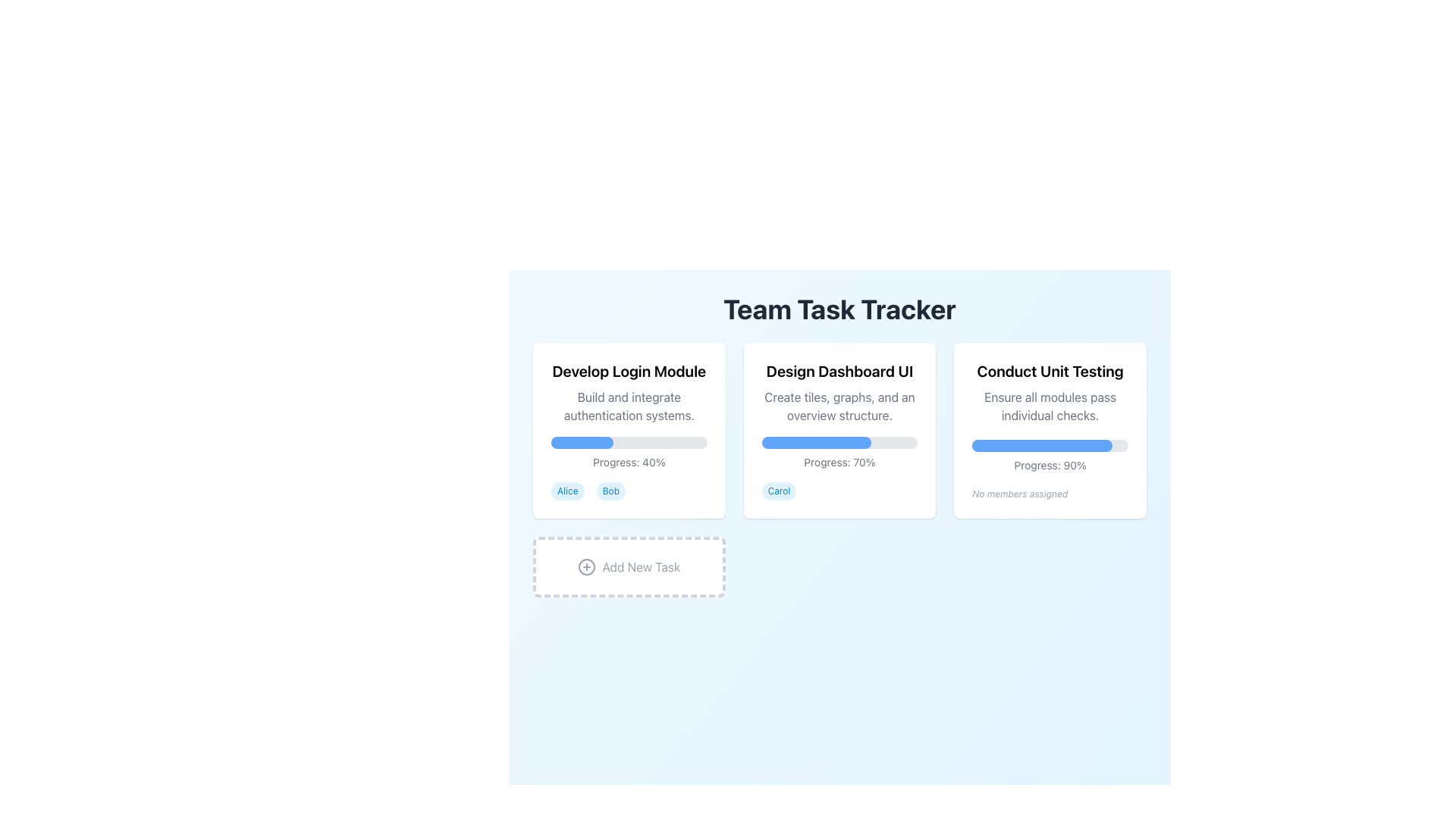 This screenshot has width=1456, height=819. I want to click on the Static Text Display showing 'Progress: 70%' which is styled in small gray text, located below the progress bar in the team task tracker card layout, so click(839, 461).